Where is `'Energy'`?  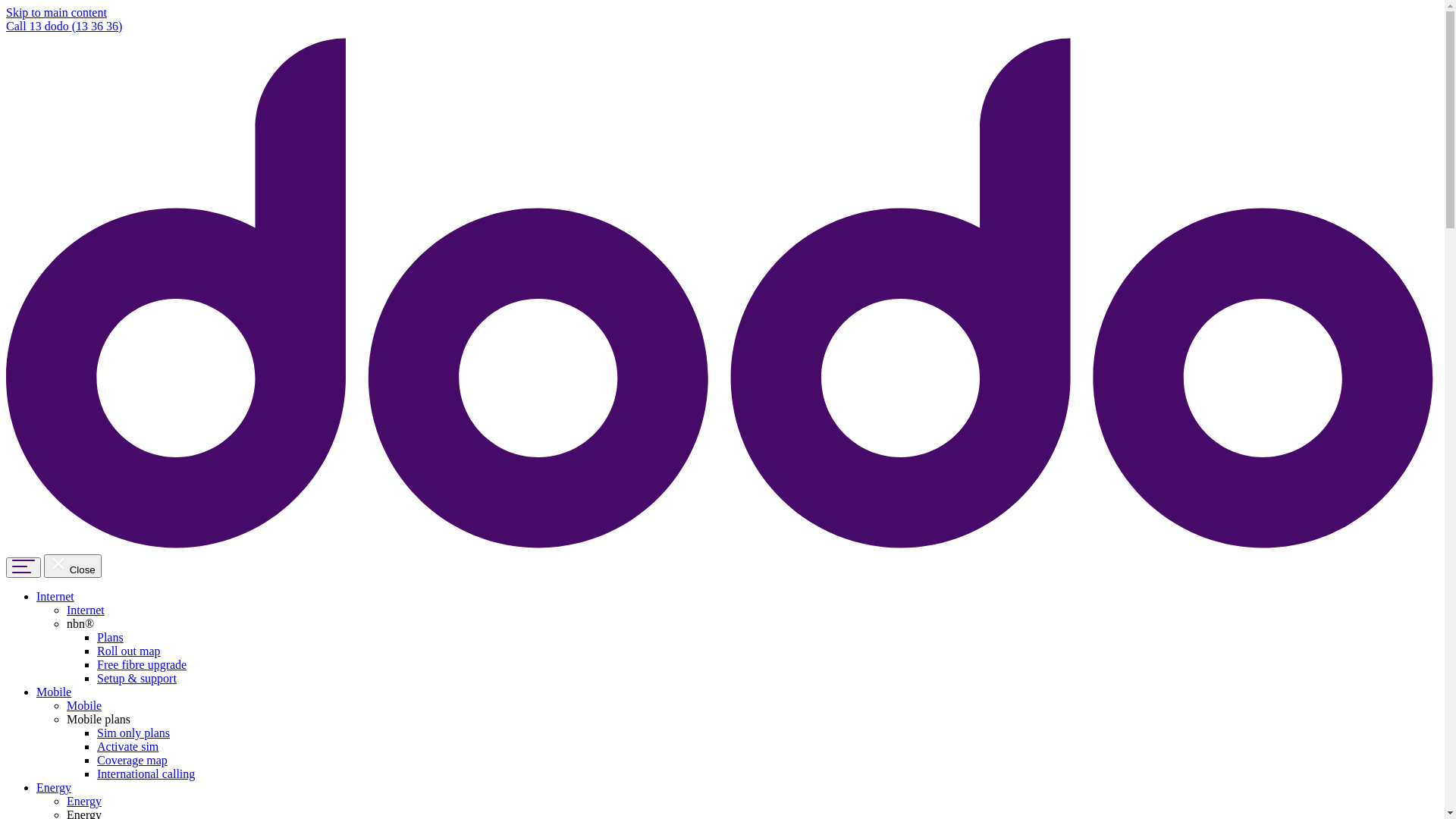
'Energy' is located at coordinates (54, 786).